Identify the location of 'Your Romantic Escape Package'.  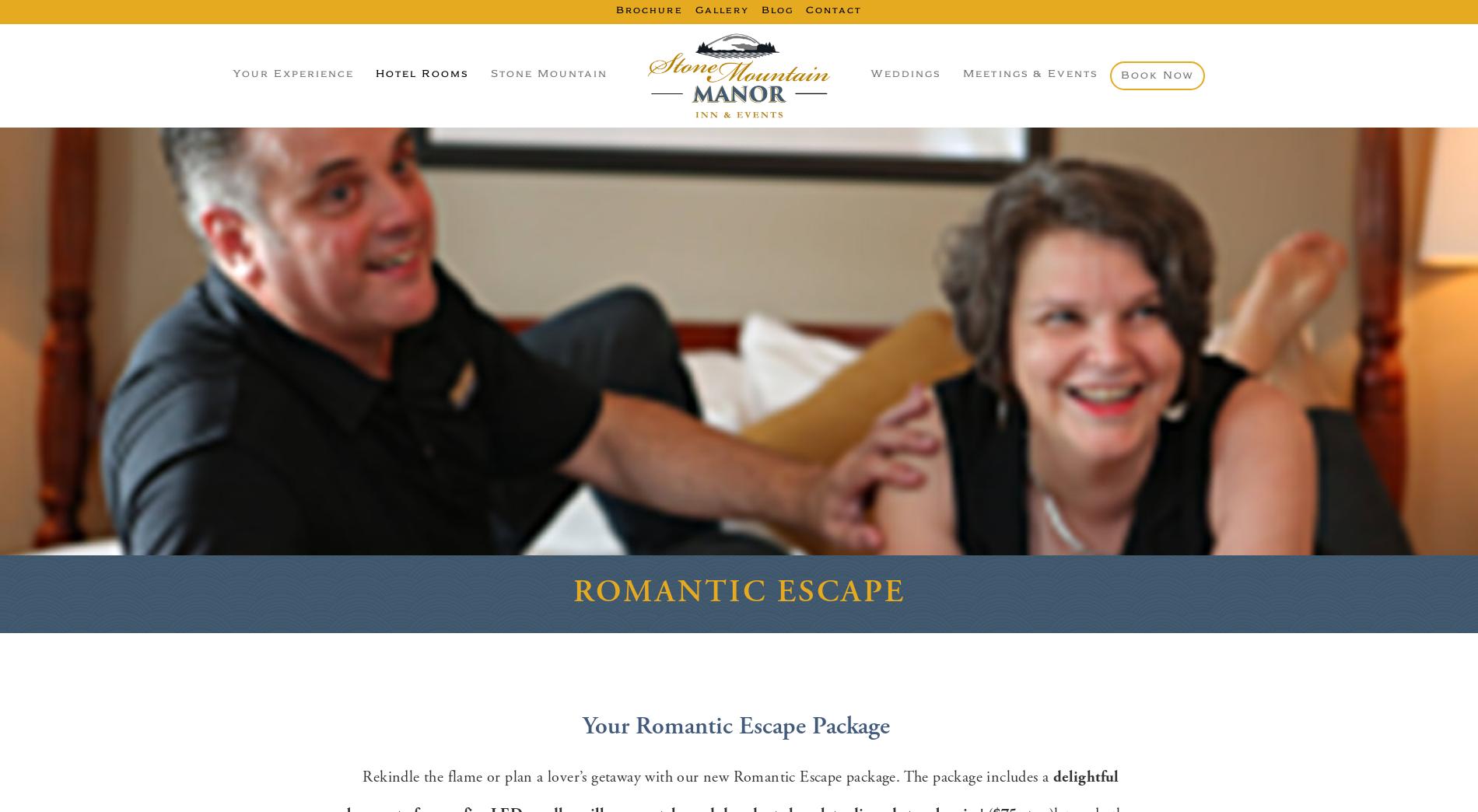
(737, 725).